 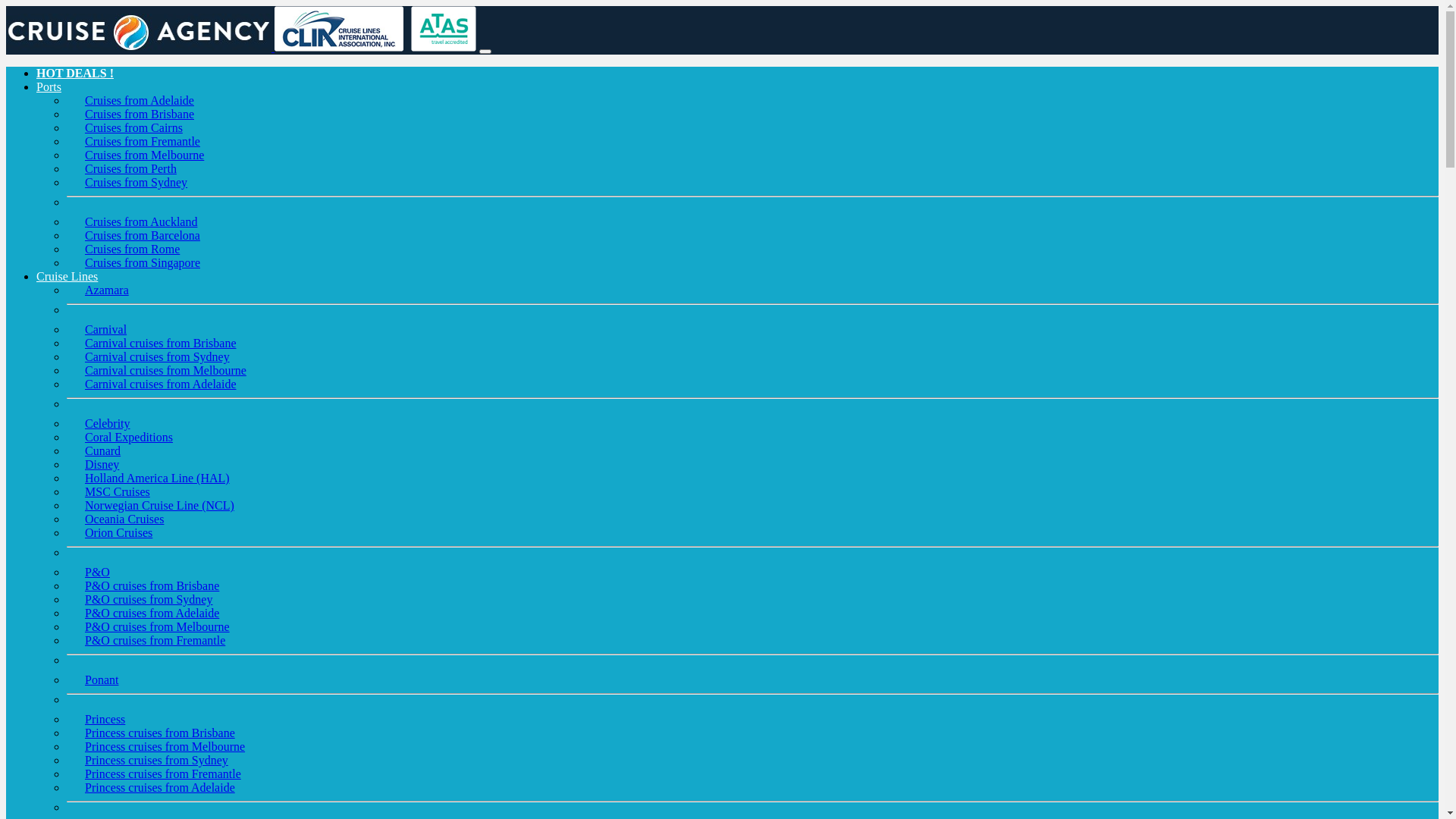 I want to click on 'Cruises from Singapore', so click(x=142, y=262).